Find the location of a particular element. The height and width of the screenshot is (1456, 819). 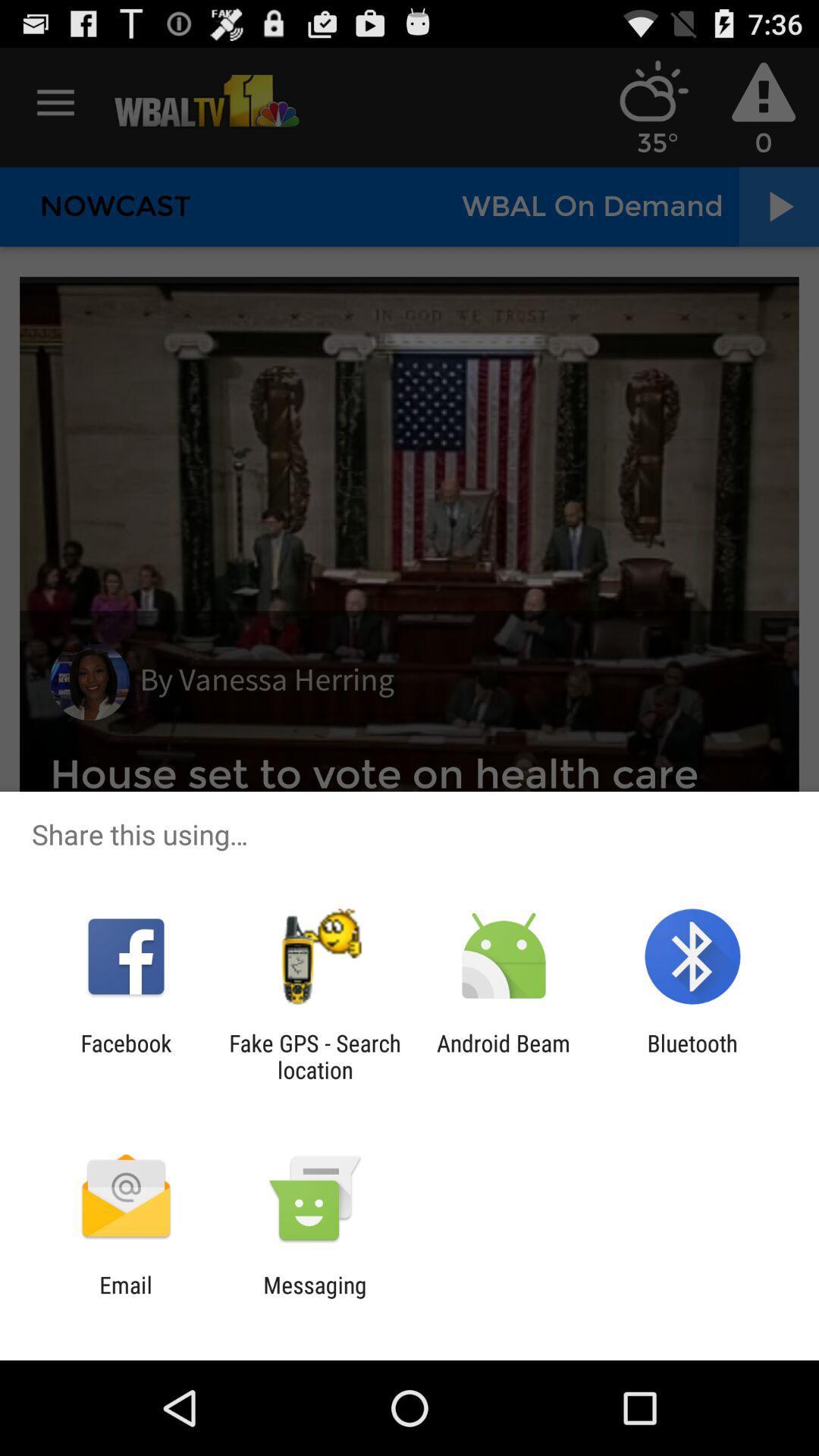

the fake gps search item is located at coordinates (314, 1056).